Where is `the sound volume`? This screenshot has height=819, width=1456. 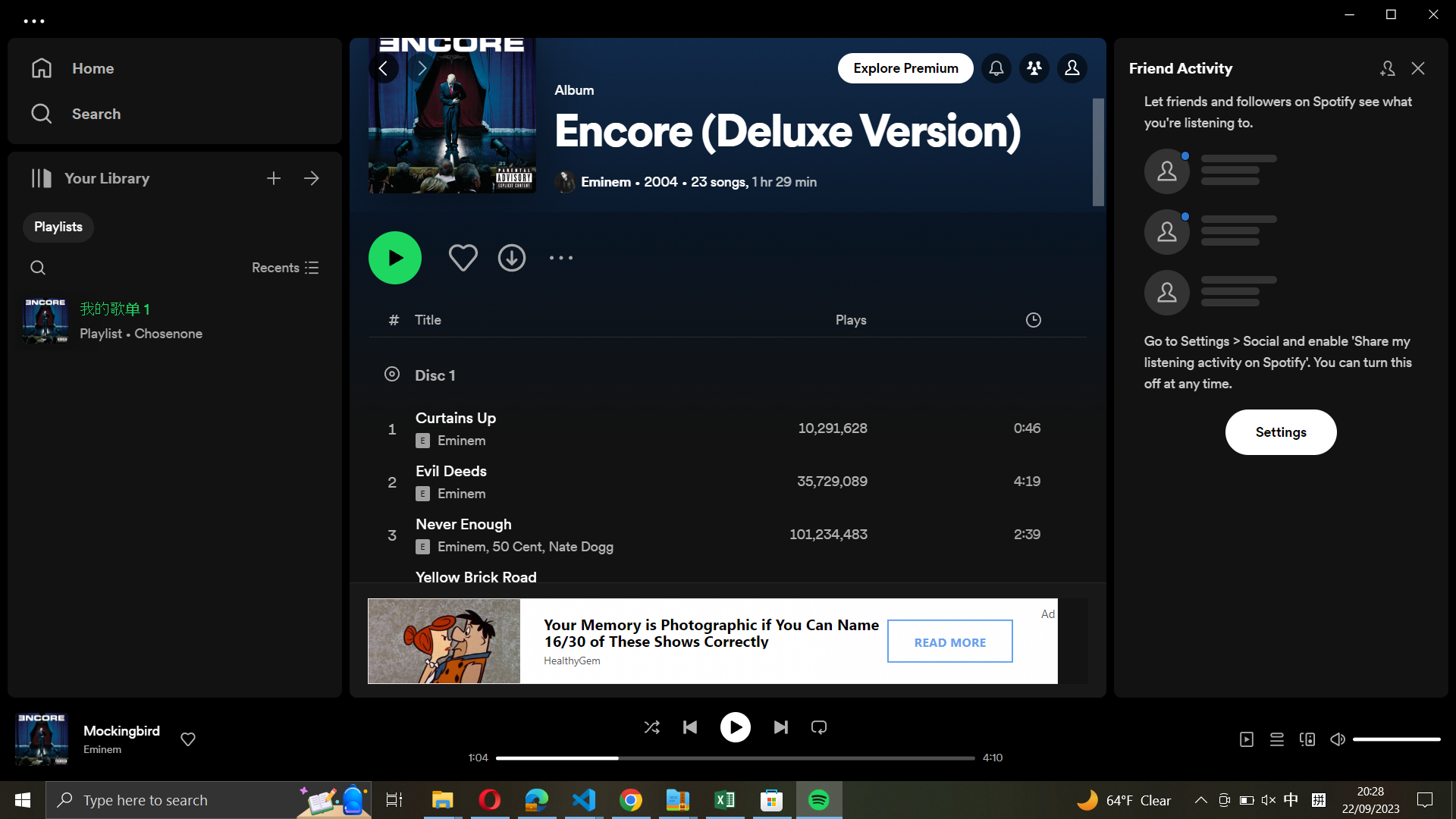 the sound volume is located at coordinates (1360, 737).